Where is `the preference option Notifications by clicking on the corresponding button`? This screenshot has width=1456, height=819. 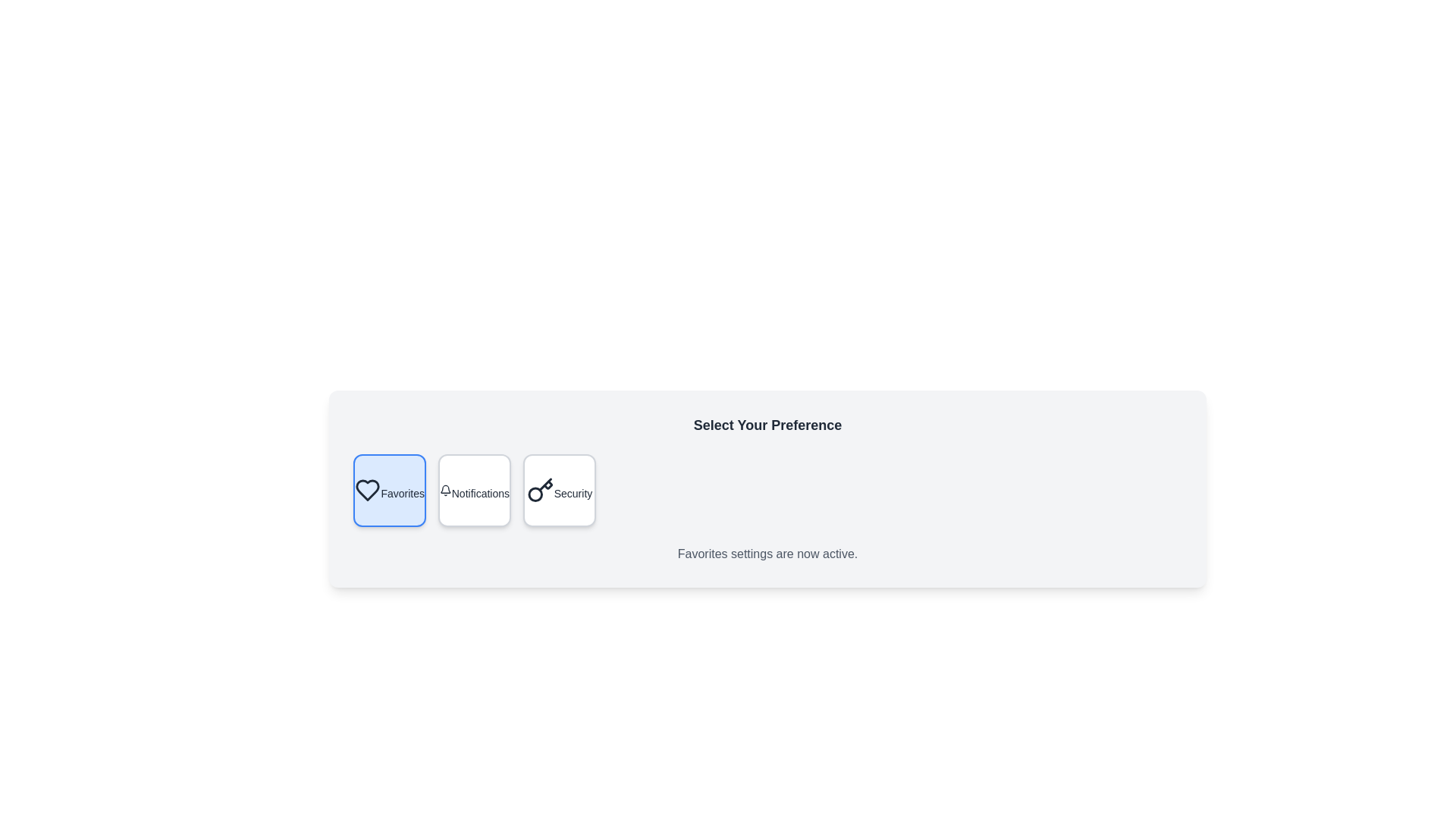 the preference option Notifications by clicking on the corresponding button is located at coordinates (473, 491).